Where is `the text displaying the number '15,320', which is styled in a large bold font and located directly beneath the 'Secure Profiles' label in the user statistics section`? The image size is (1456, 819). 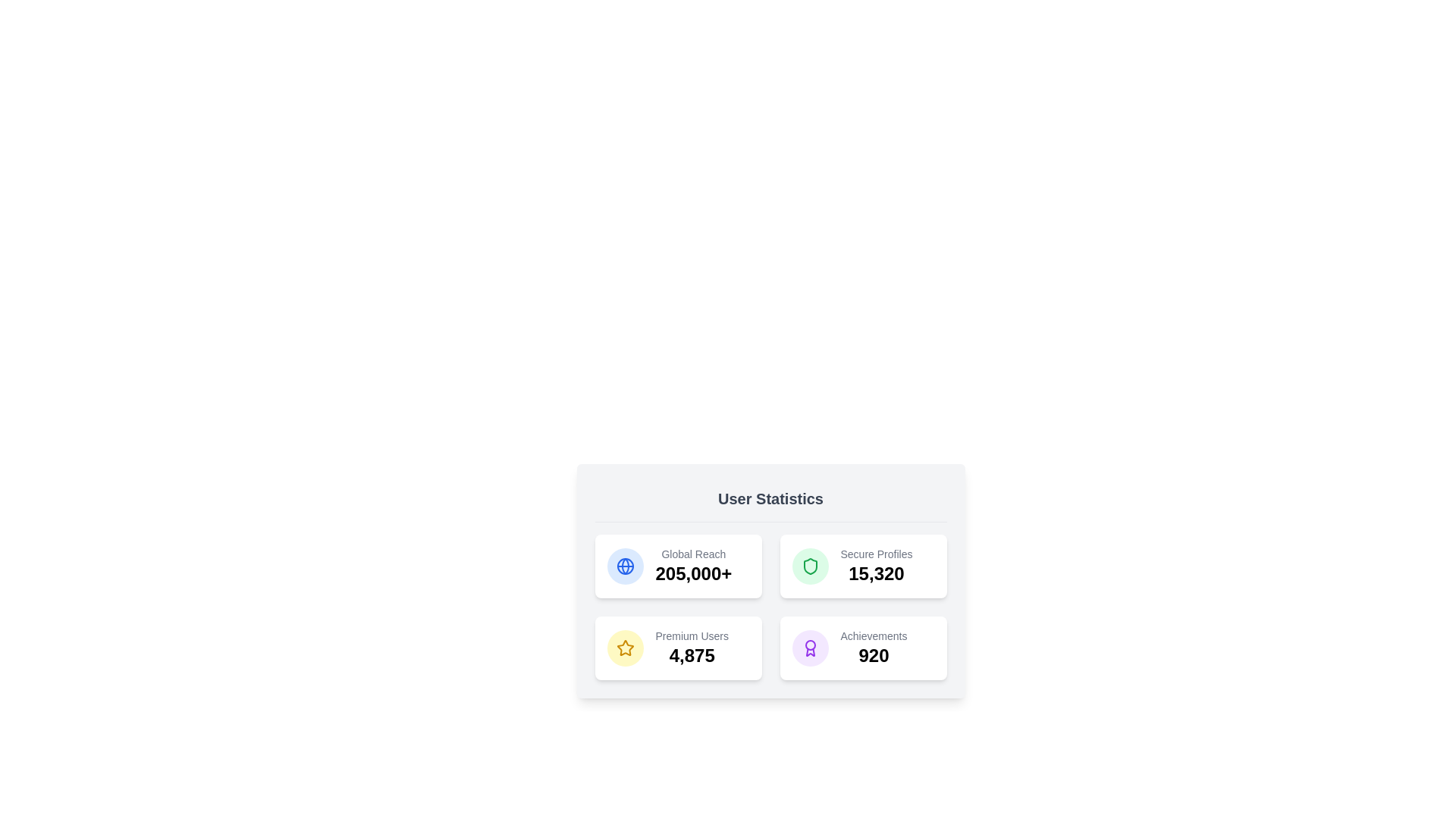 the text displaying the number '15,320', which is styled in a large bold font and located directly beneath the 'Secure Profiles' label in the user statistics section is located at coordinates (877, 573).